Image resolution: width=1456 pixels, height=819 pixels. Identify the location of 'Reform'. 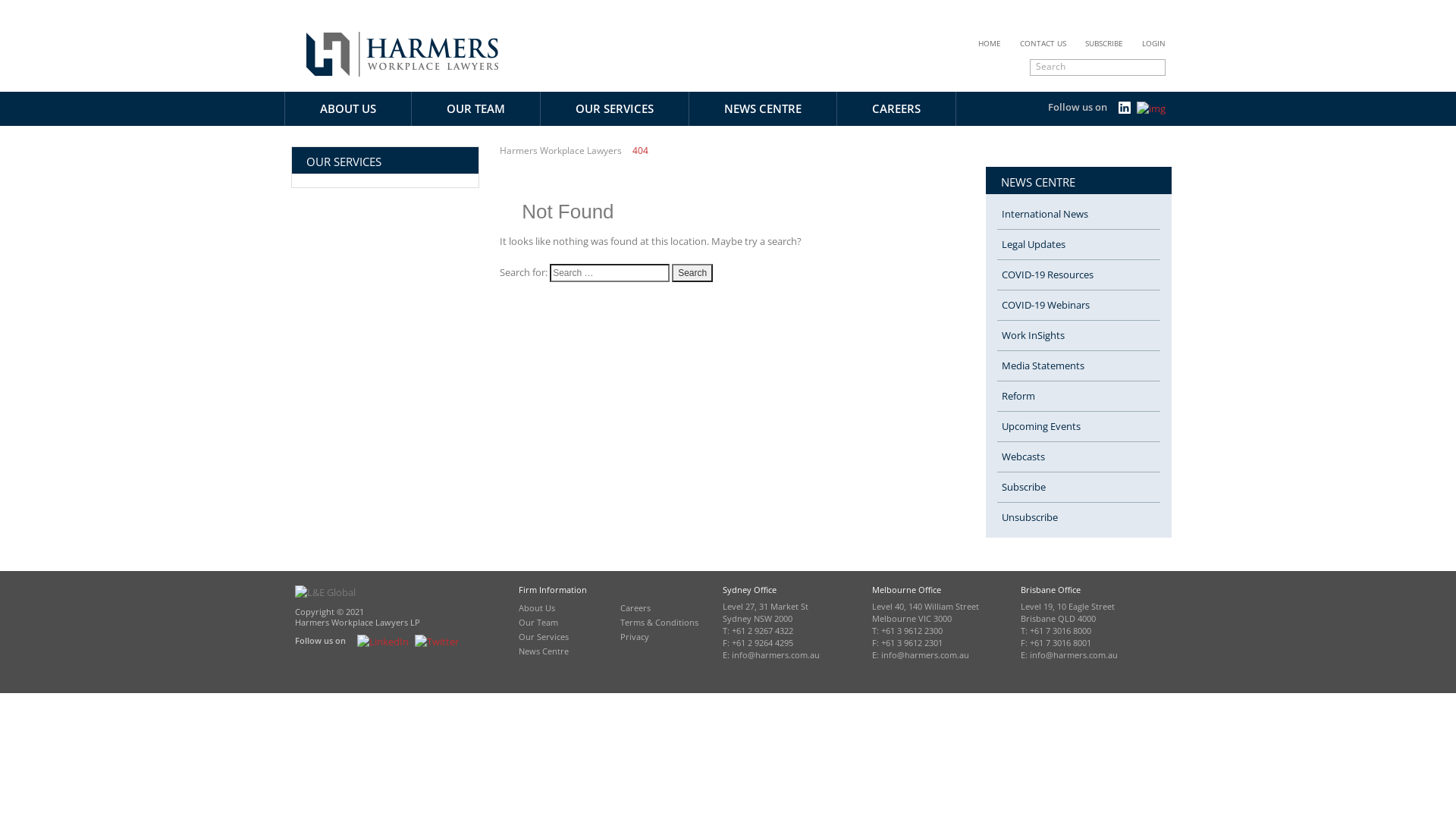
(1078, 396).